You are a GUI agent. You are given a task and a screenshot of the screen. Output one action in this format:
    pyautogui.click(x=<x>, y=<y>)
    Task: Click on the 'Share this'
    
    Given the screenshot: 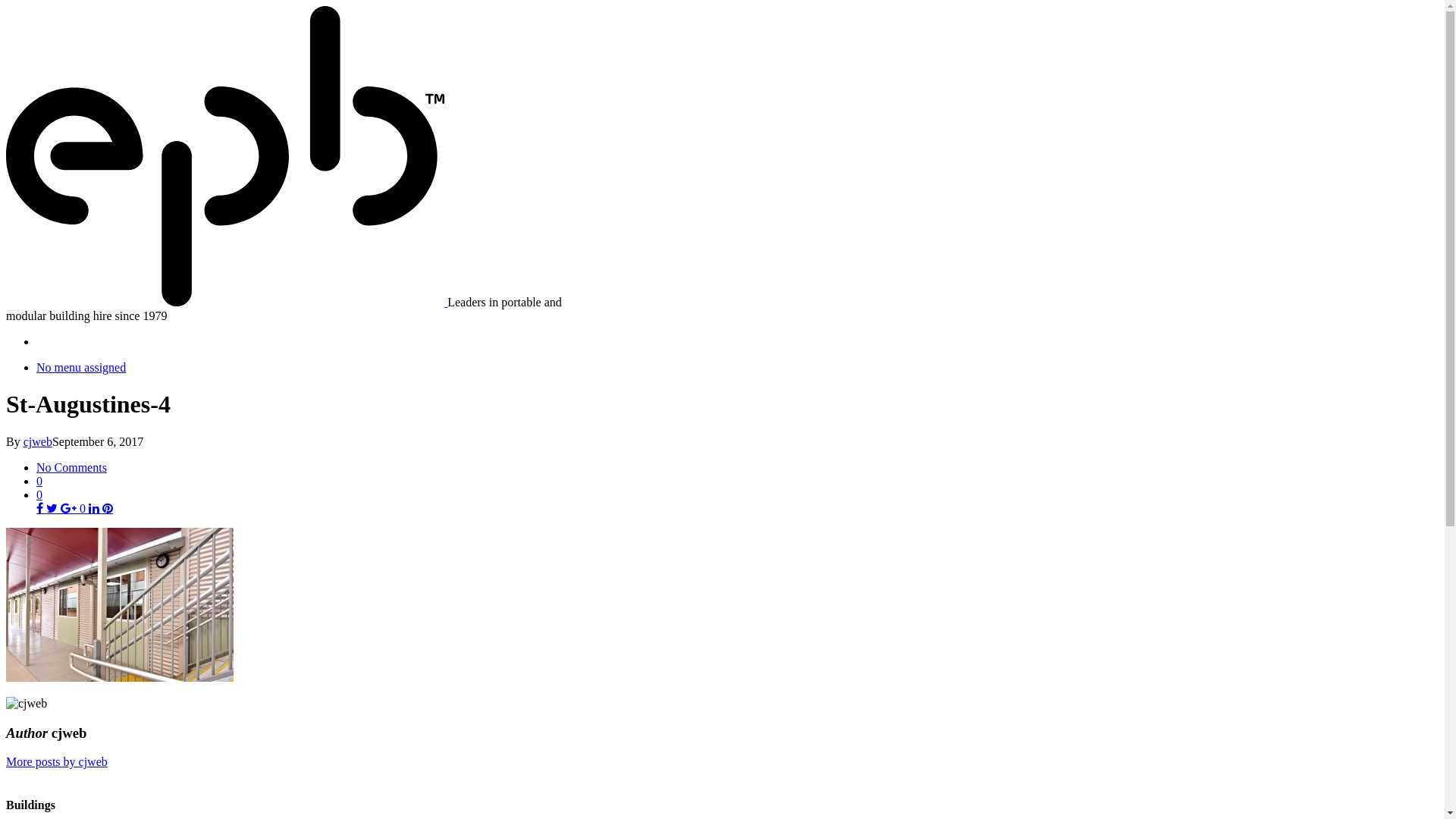 What is the action you would take?
    pyautogui.click(x=93, y=508)
    